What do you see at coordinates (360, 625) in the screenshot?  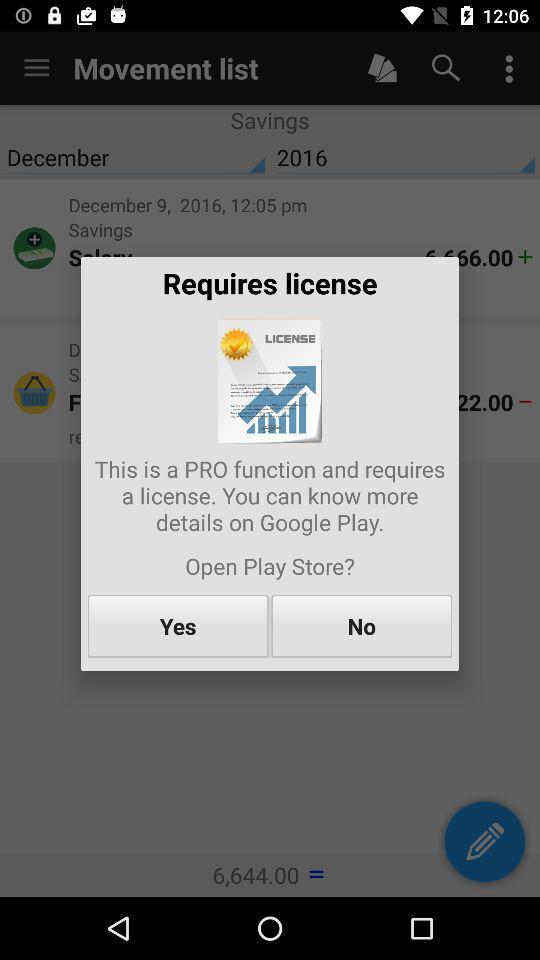 I see `the item to the right of the yes item` at bounding box center [360, 625].